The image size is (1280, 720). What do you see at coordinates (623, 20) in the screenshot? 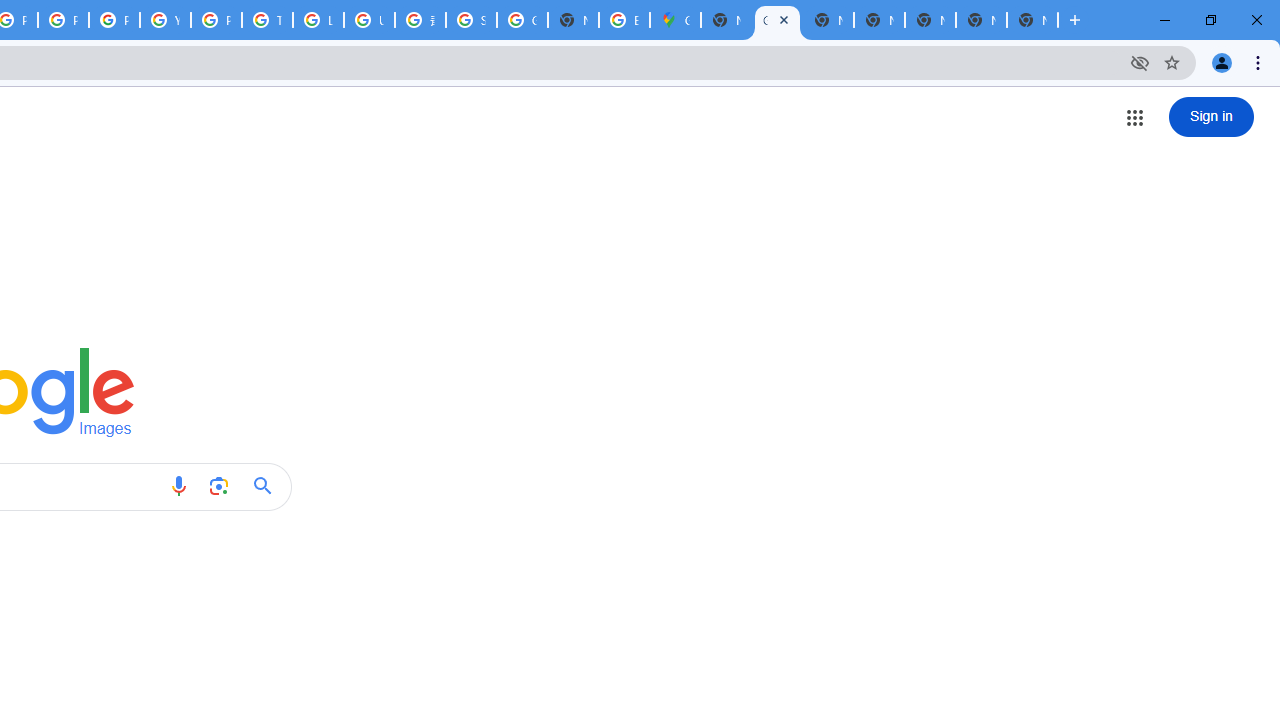
I see `'Explore new street-level details - Google Maps Help'` at bounding box center [623, 20].